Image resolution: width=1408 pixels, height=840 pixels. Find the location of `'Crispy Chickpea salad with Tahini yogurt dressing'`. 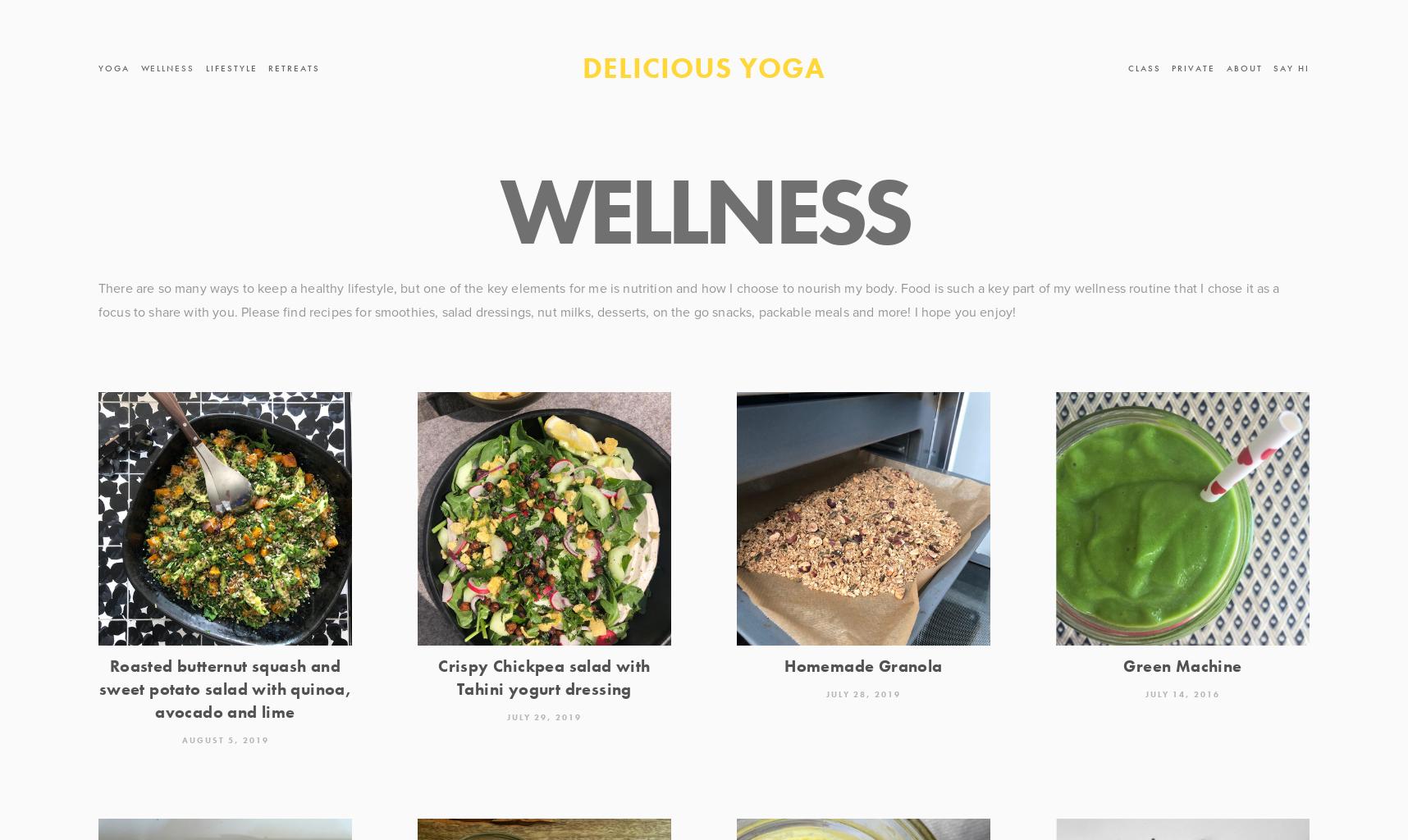

'Crispy Chickpea salad with Tahini yogurt dressing' is located at coordinates (543, 676).